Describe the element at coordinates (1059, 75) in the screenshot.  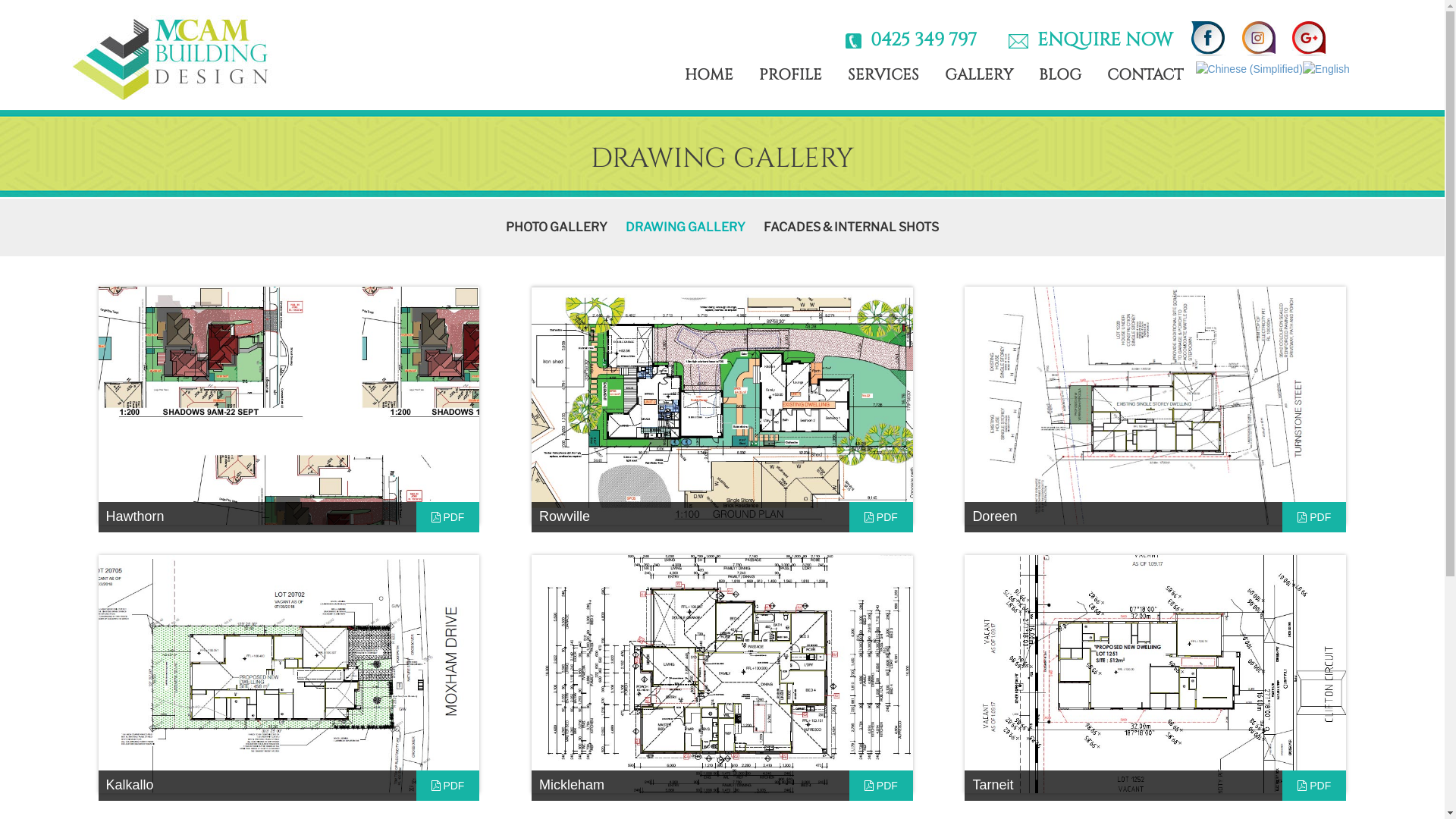
I see `'BLOG'` at that location.